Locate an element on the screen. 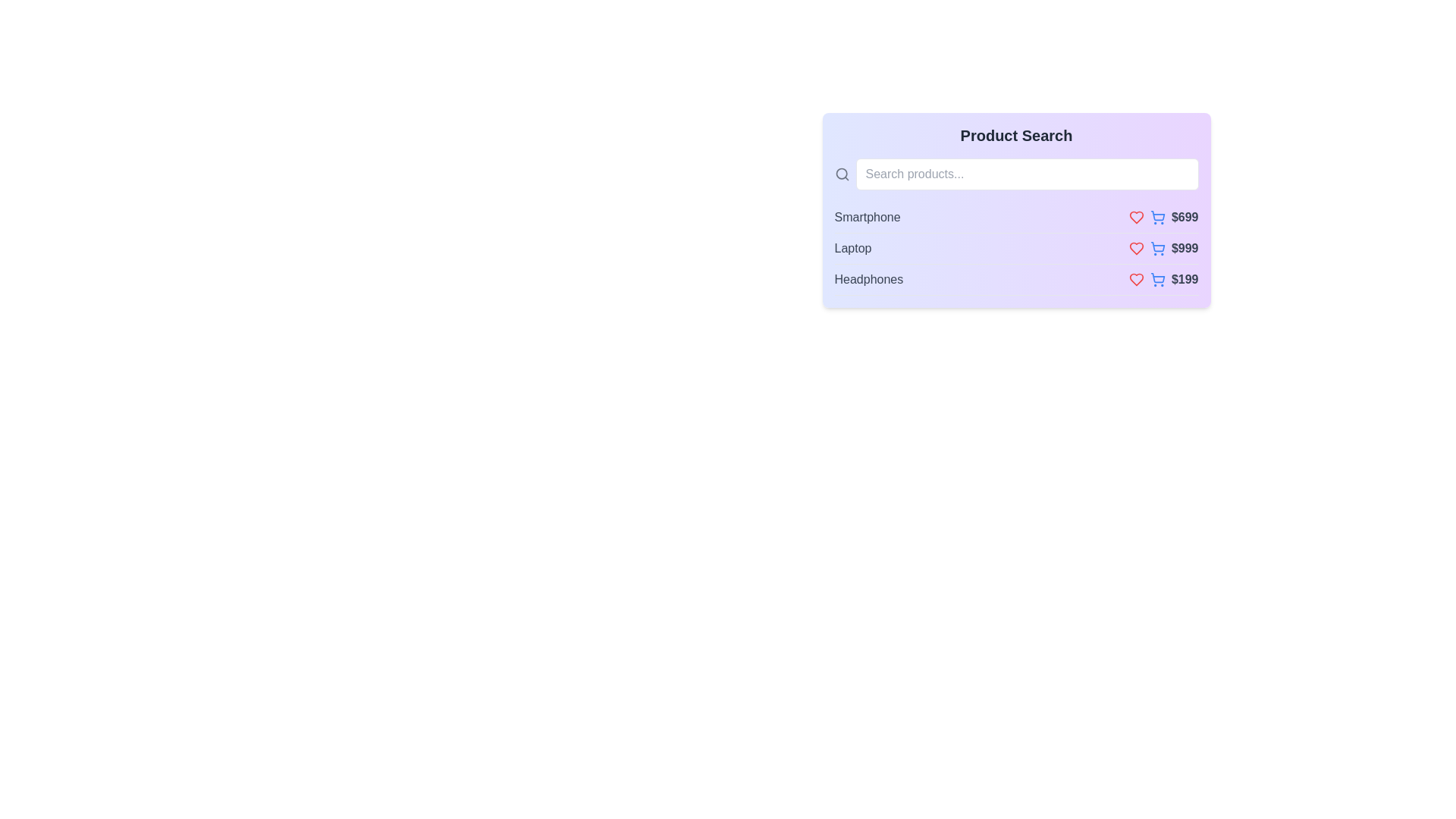  the blue shopping cart icon located between the heart icon and the price label reading '$699' in the topmost product entry is located at coordinates (1156, 217).